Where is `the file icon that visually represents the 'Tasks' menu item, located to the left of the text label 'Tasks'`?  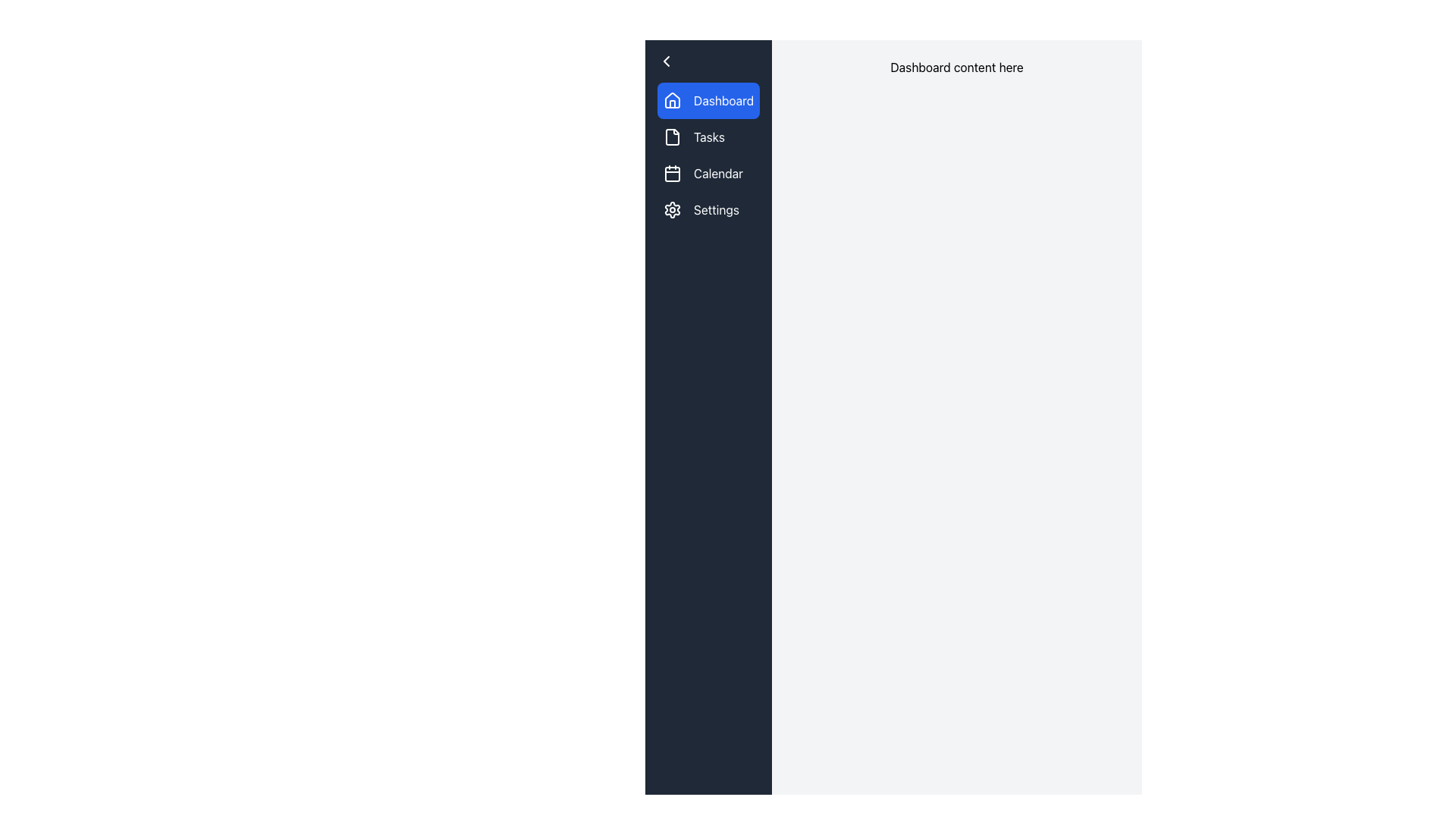
the file icon that visually represents the 'Tasks' menu item, located to the left of the text label 'Tasks' is located at coordinates (672, 137).